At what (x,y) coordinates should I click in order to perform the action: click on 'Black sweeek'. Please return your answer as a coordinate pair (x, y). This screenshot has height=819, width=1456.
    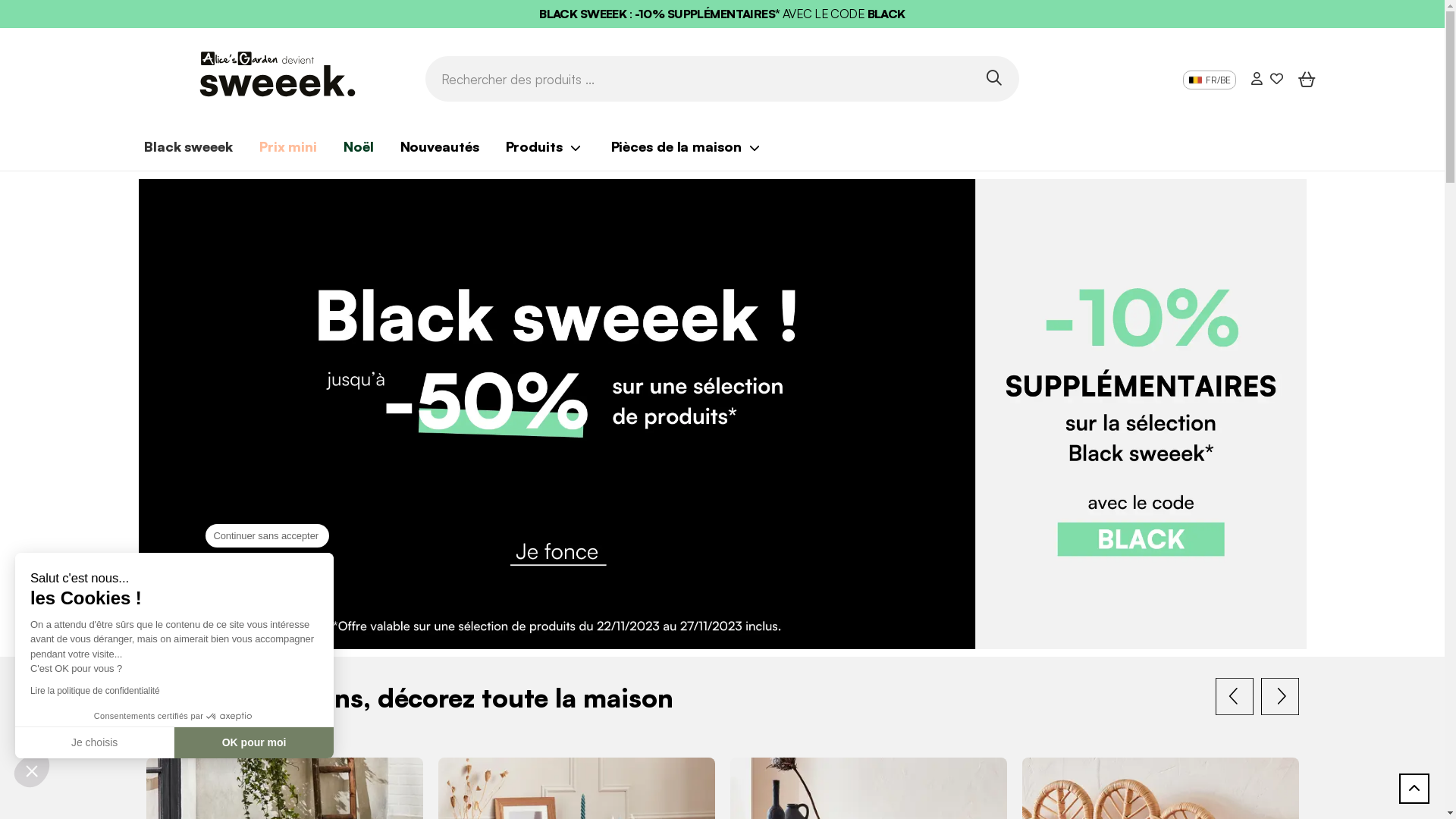
    Looking at the image, I should click on (144, 146).